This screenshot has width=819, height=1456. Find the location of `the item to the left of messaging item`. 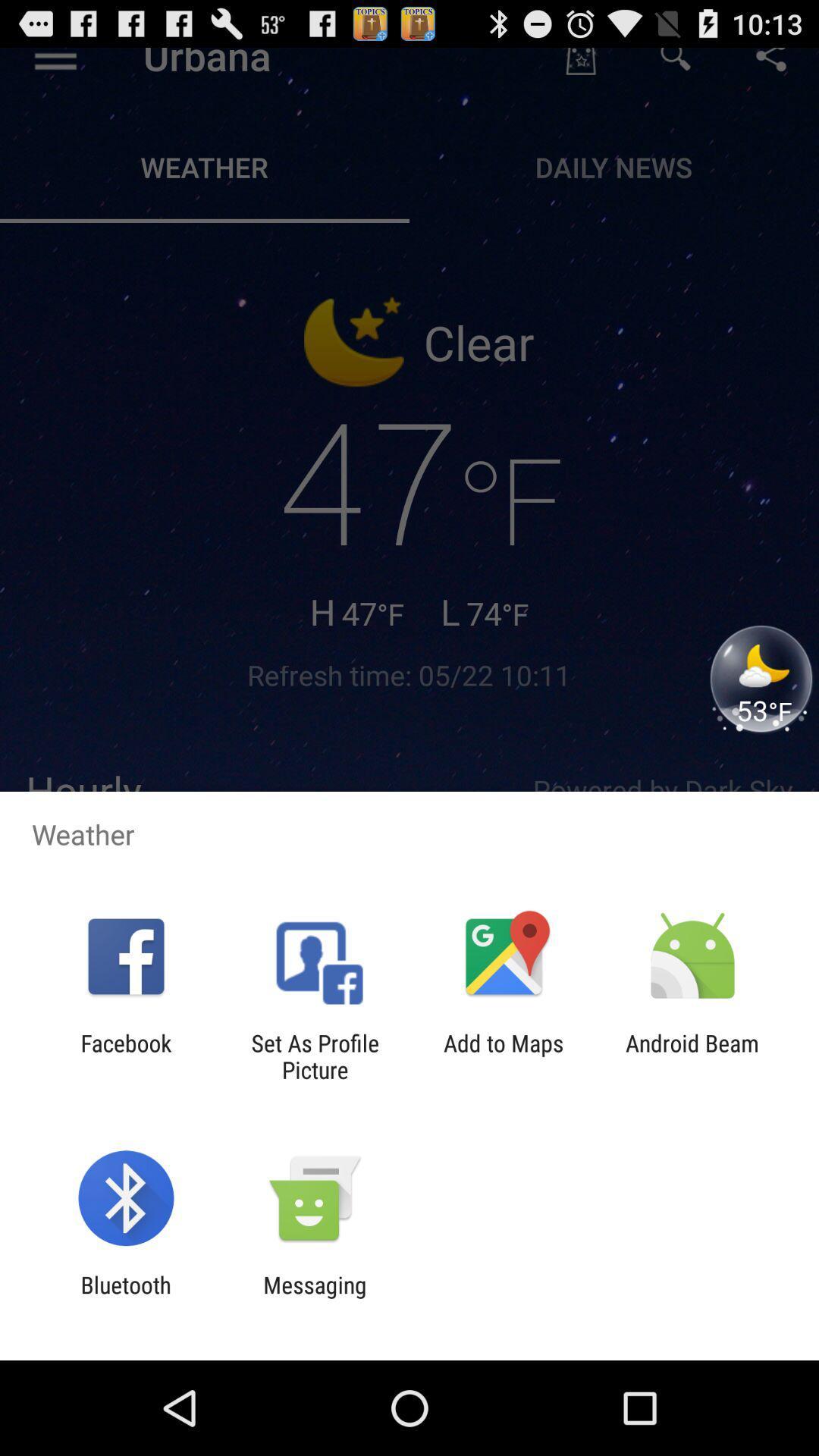

the item to the left of messaging item is located at coordinates (125, 1298).